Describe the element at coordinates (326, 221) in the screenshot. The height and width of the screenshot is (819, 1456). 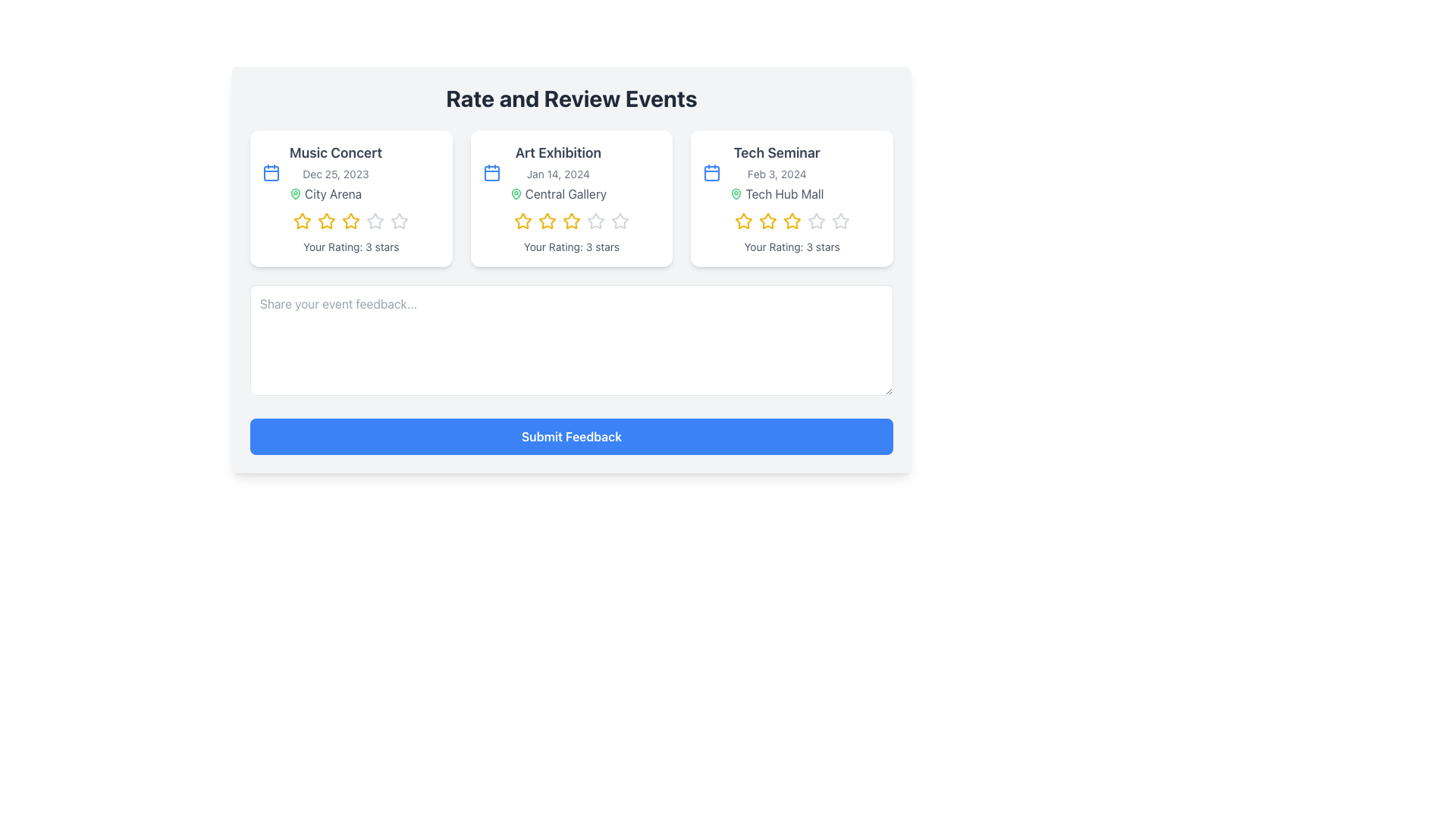
I see `the second star in the rating system under the event title 'Music Concert' to rate it` at that location.